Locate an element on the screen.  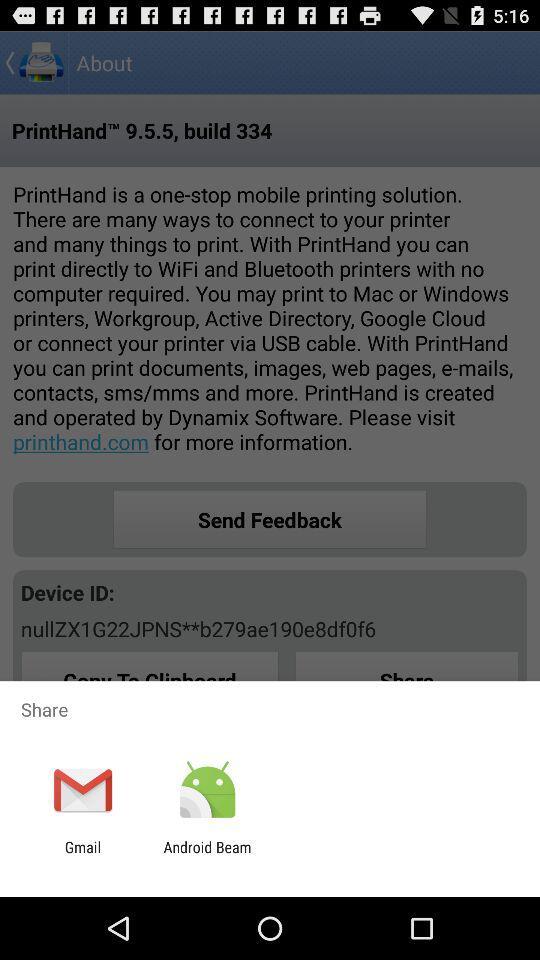
the gmail is located at coordinates (82, 855).